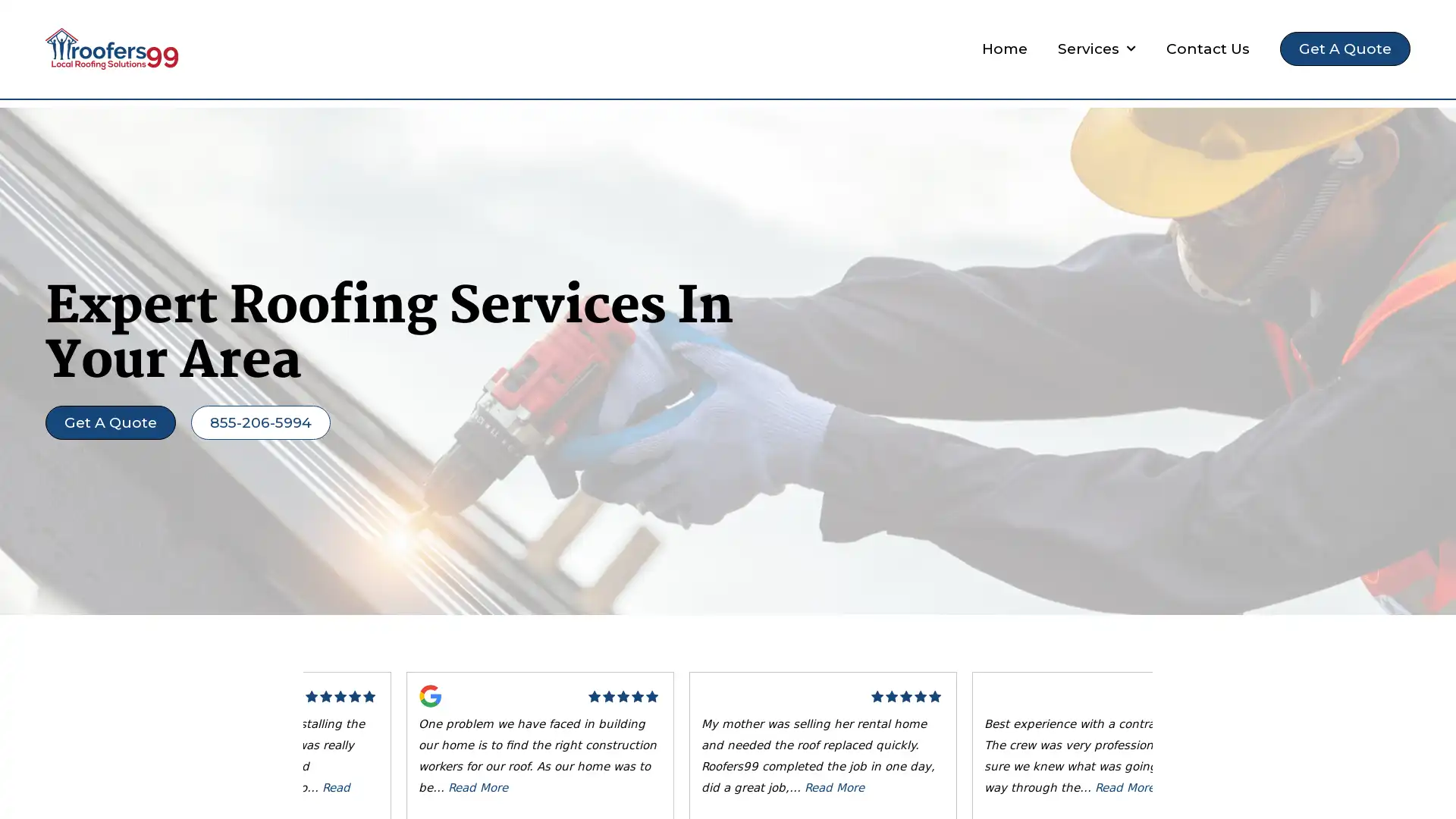  Describe the element at coordinates (109, 422) in the screenshot. I see `Get A Quote` at that location.